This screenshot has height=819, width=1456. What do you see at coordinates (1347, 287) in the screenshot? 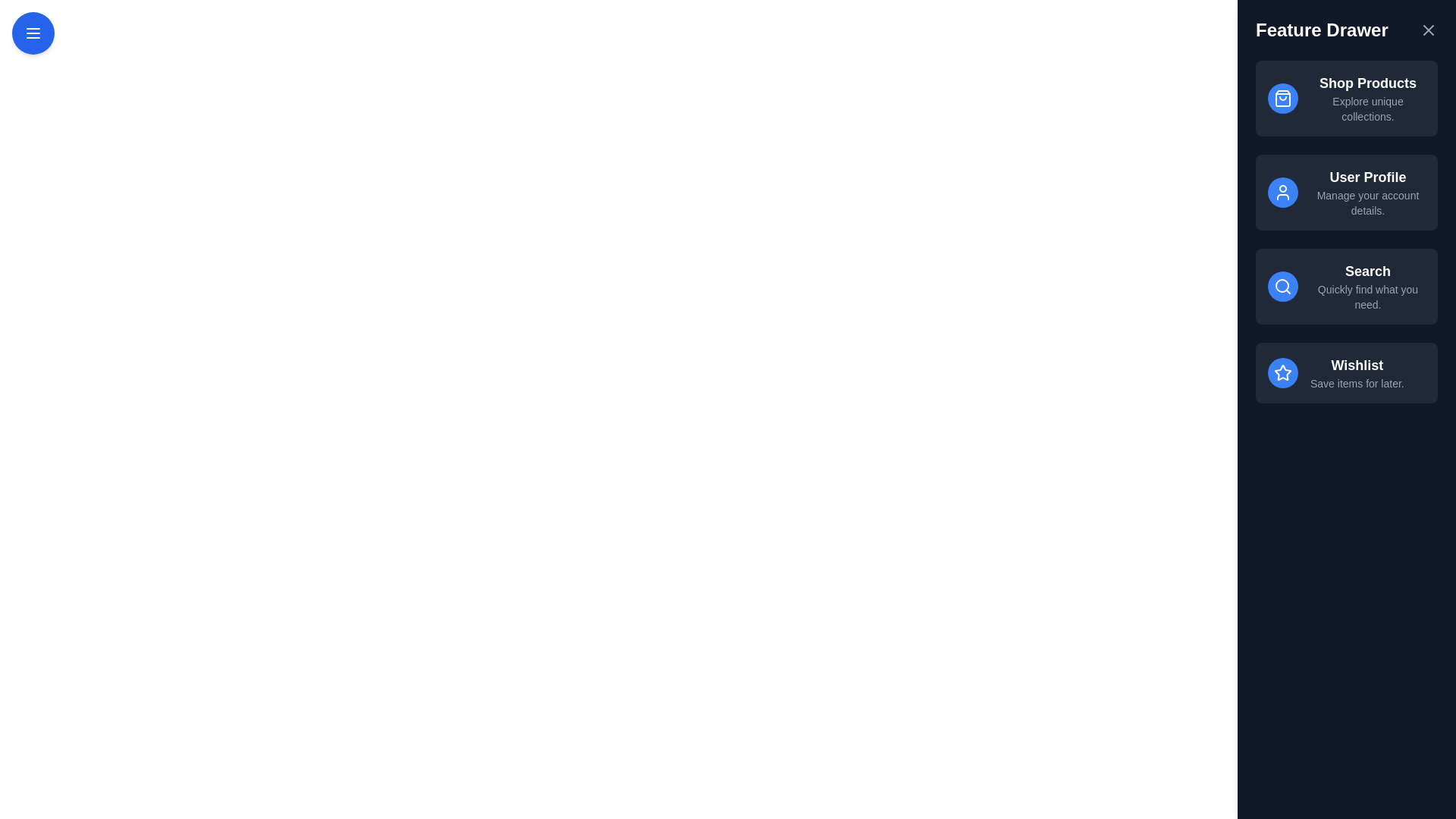
I see `the feature item Search to highlight it` at bounding box center [1347, 287].